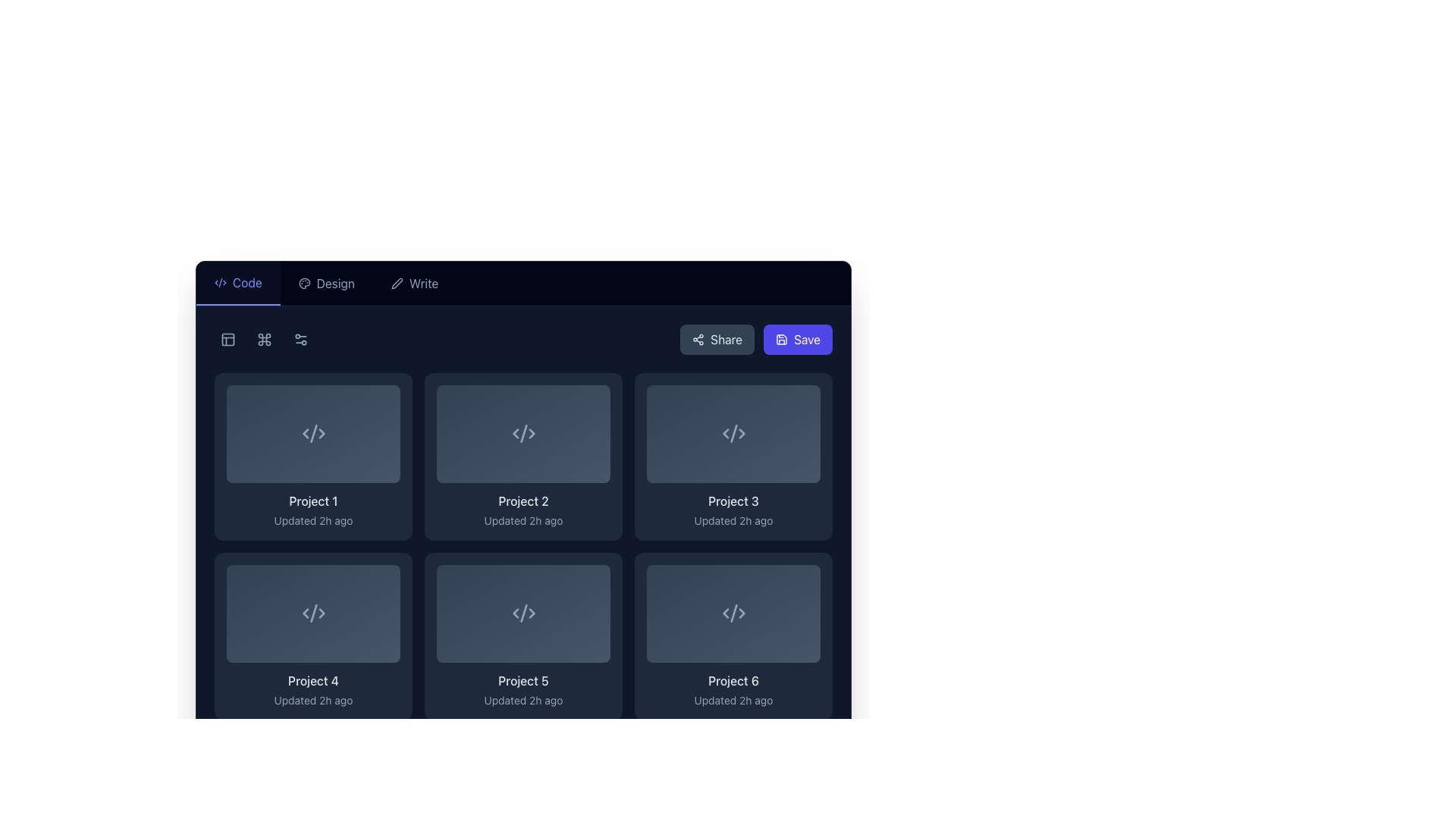 This screenshot has height=819, width=1456. Describe the element at coordinates (312, 519) in the screenshot. I see `the text field that reads 'Updated 2h ago', which is styled with a smaller, light grey font and is located beneath the bold text label 'Project 1' in the first card of the grid layout` at that location.